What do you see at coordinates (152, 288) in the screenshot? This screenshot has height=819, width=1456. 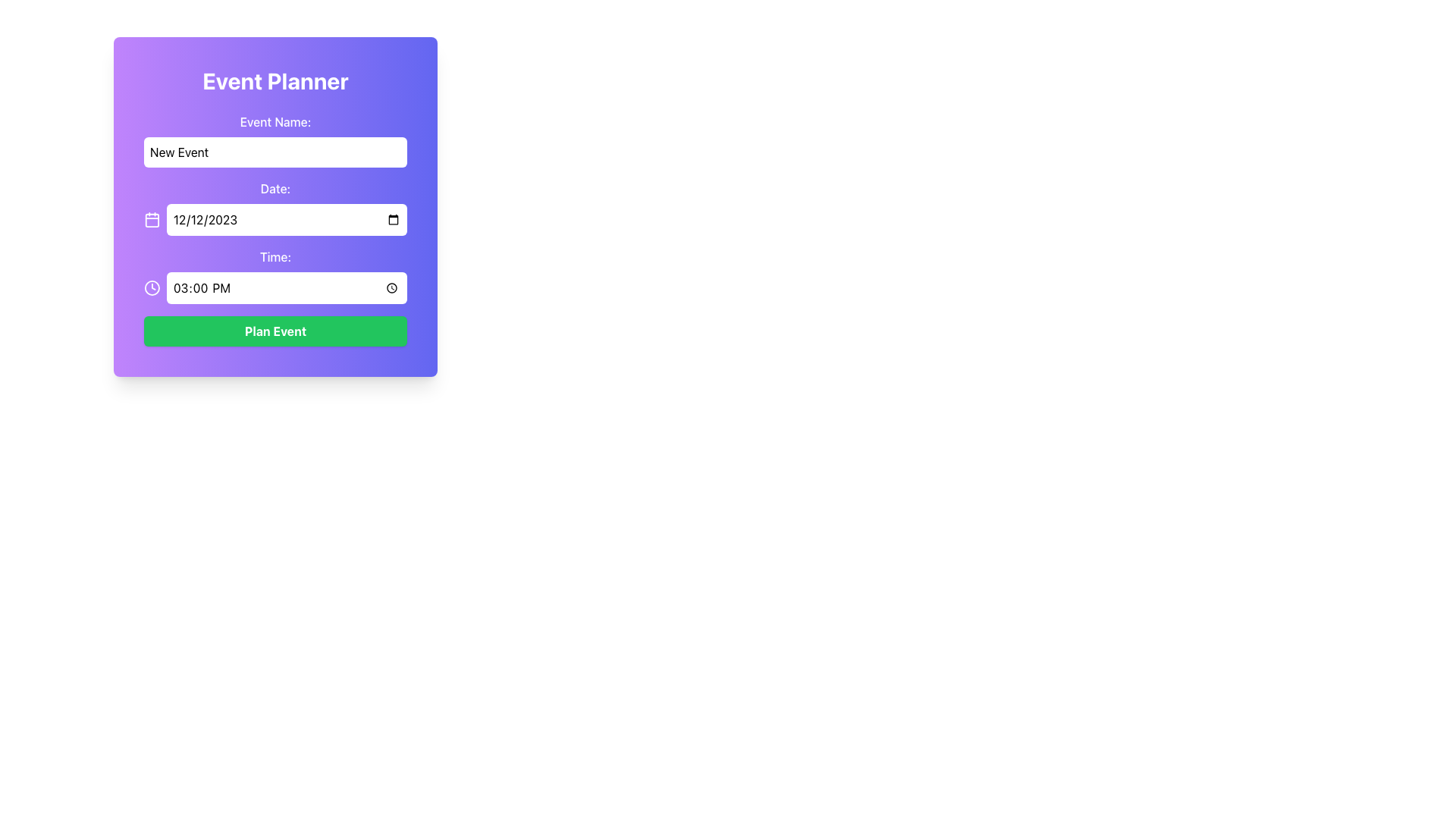 I see `the circular clock icon located to the left of the 'Time' field in the 'Event Planner' form layout` at bounding box center [152, 288].